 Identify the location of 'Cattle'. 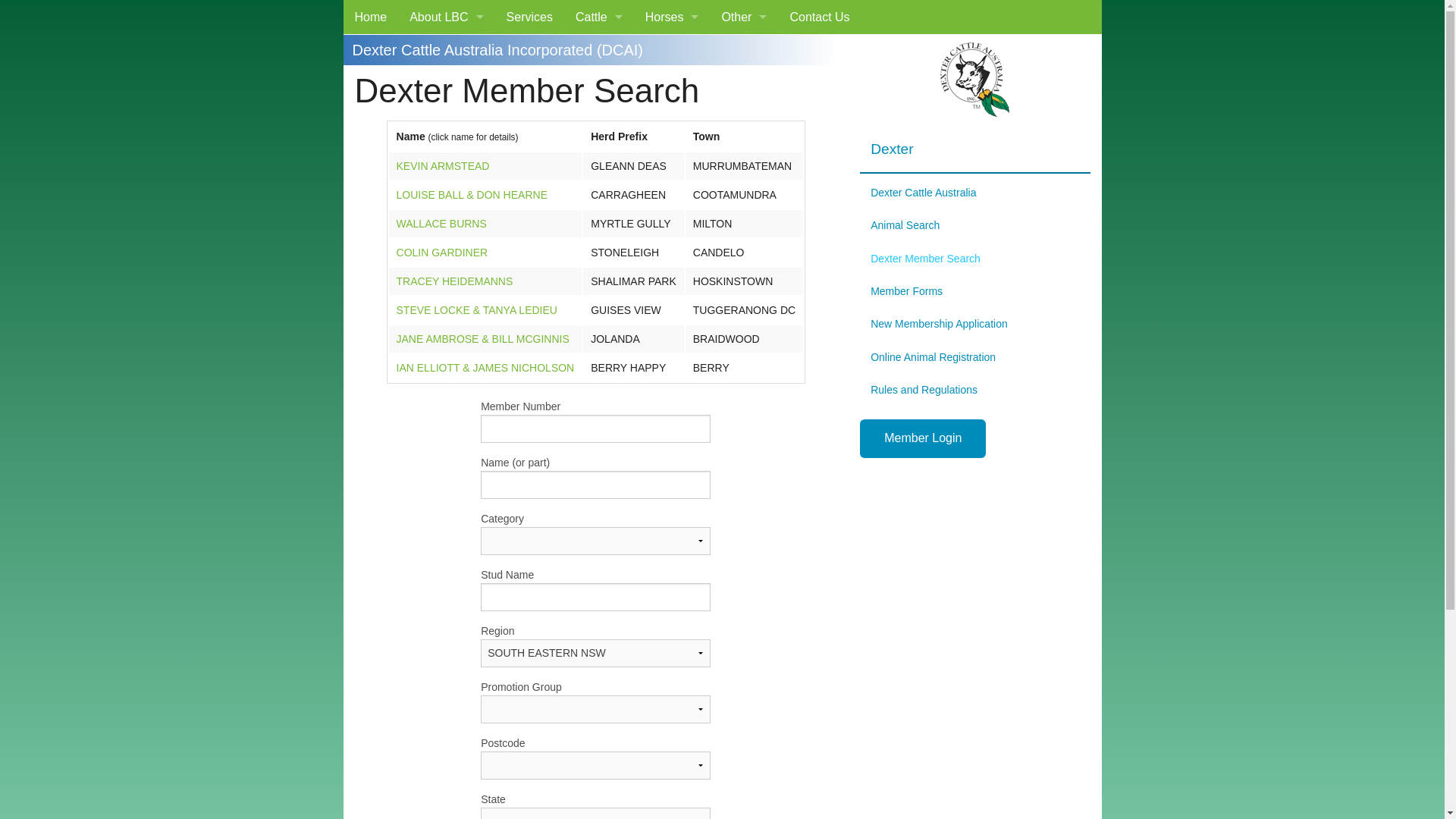
(598, 17).